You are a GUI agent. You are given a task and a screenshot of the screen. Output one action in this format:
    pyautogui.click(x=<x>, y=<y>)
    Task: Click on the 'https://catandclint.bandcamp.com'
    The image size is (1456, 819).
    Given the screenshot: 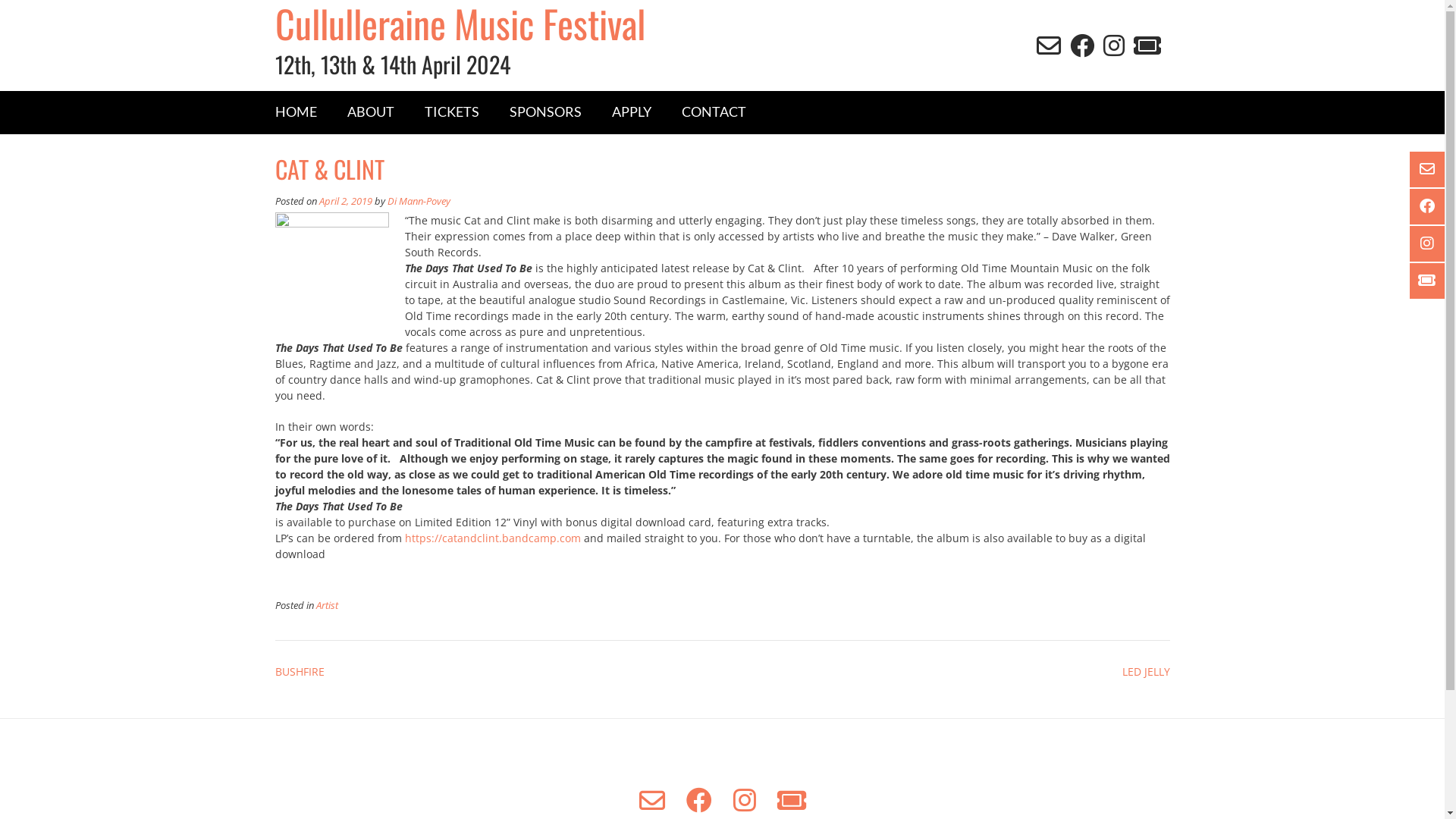 What is the action you would take?
    pyautogui.click(x=492, y=537)
    